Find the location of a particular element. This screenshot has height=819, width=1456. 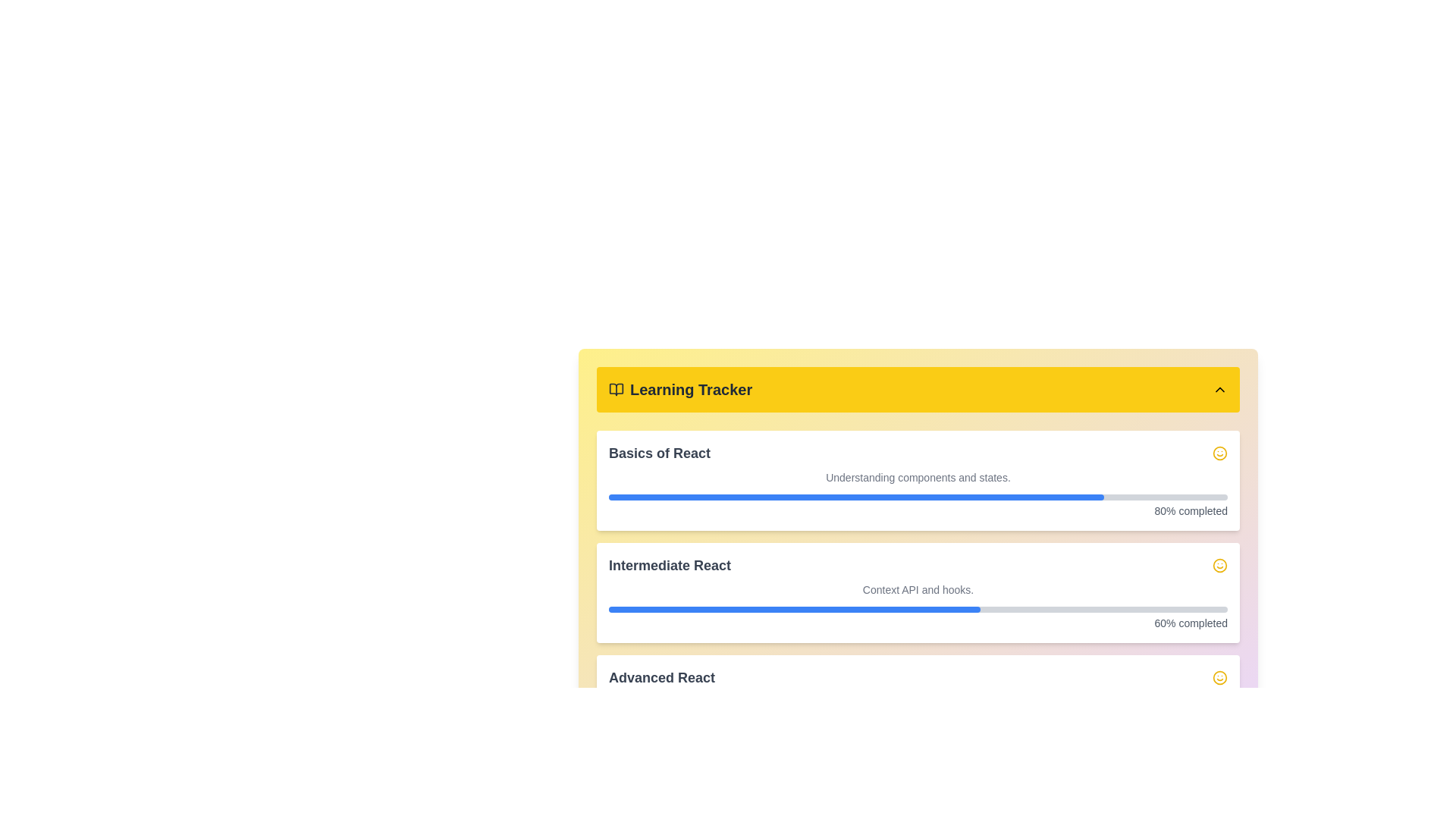

the open book icon located to the left of the 'Learning Tracker' text in the yellow header section is located at coordinates (616, 388).